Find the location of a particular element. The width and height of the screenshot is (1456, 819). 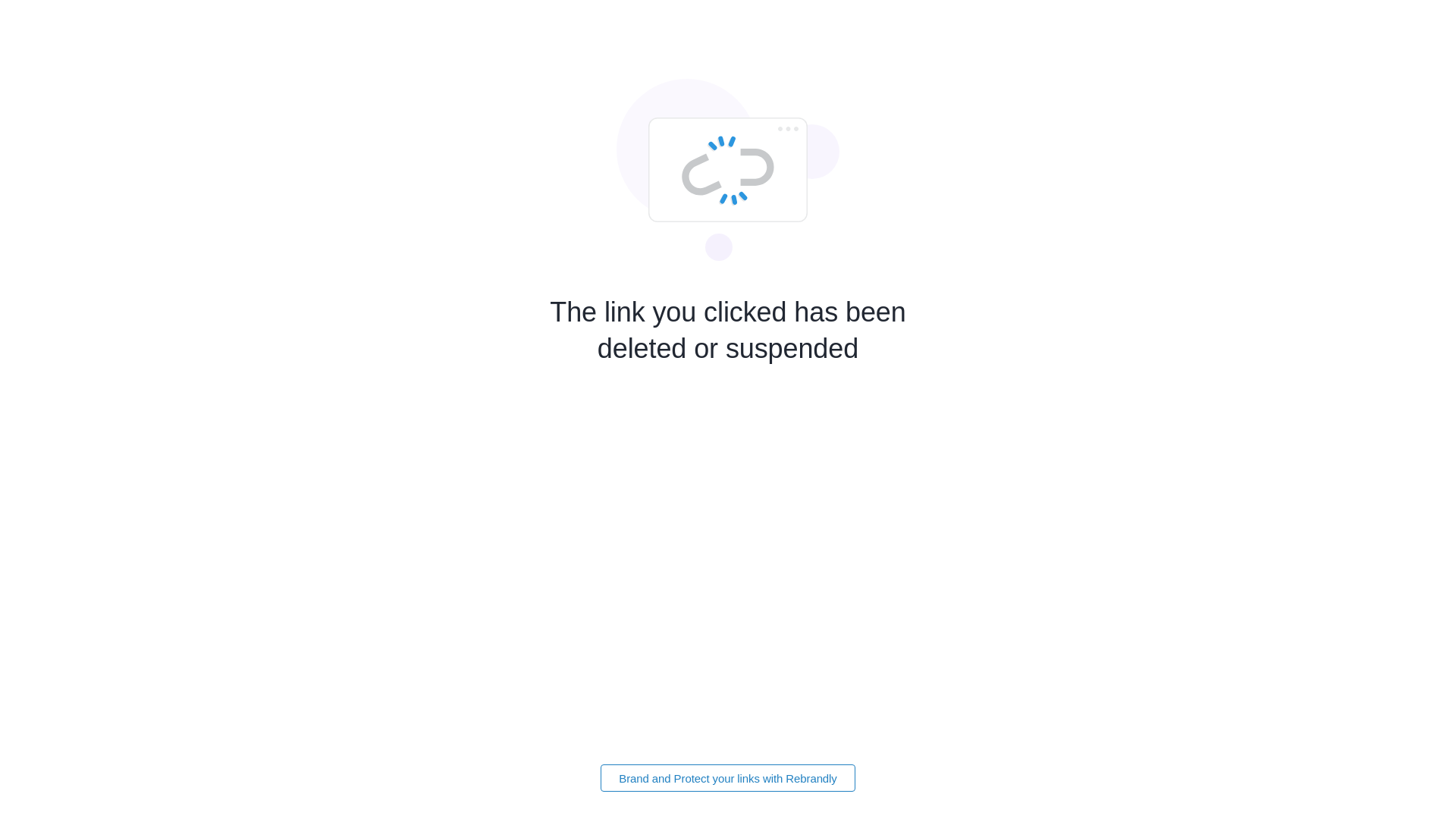

'Brand and Protect your links with Rebrandly' is located at coordinates (728, 778).